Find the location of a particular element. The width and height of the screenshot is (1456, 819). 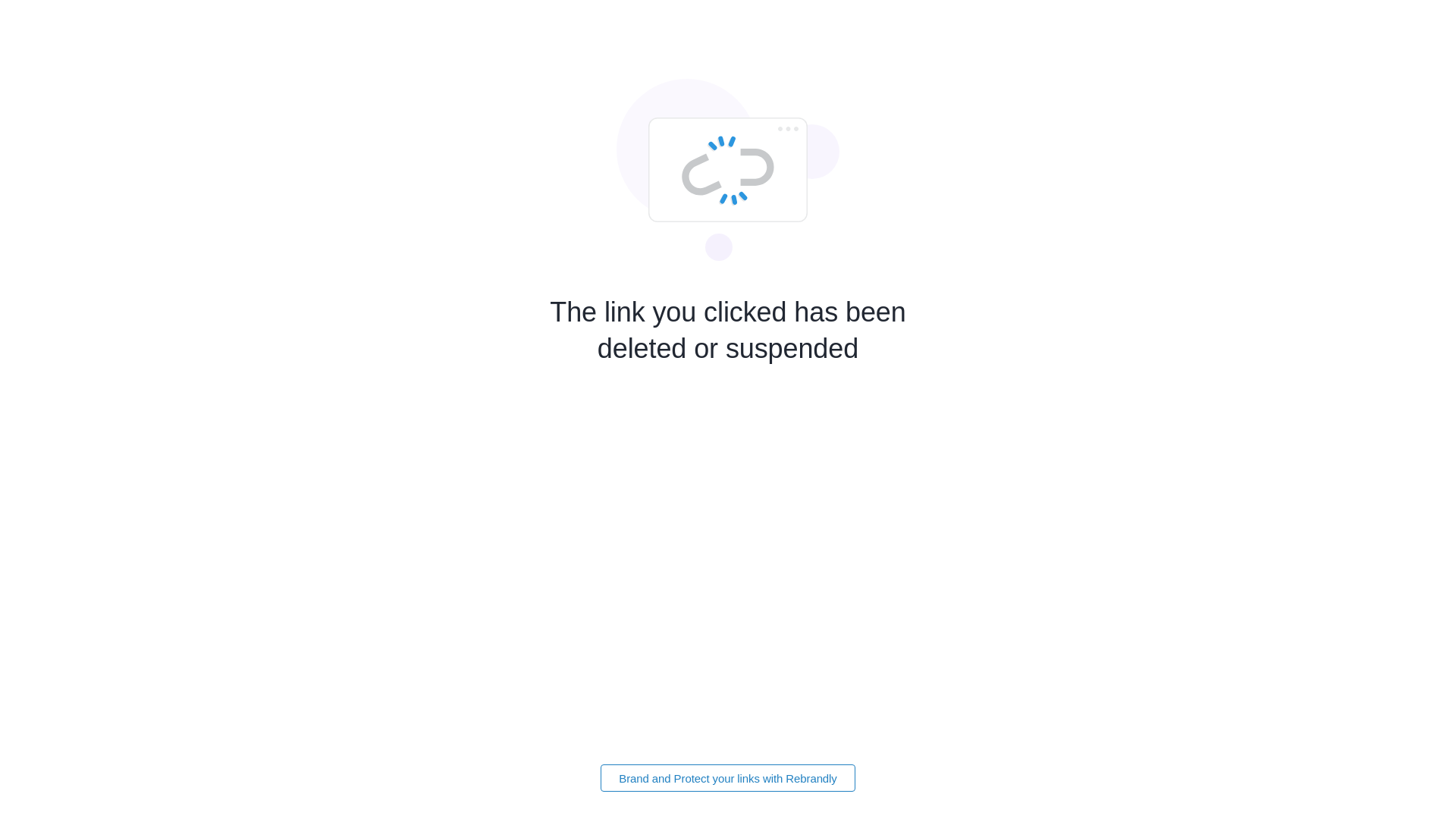

'Brand and Protect your links with Rebrandly' is located at coordinates (728, 778).